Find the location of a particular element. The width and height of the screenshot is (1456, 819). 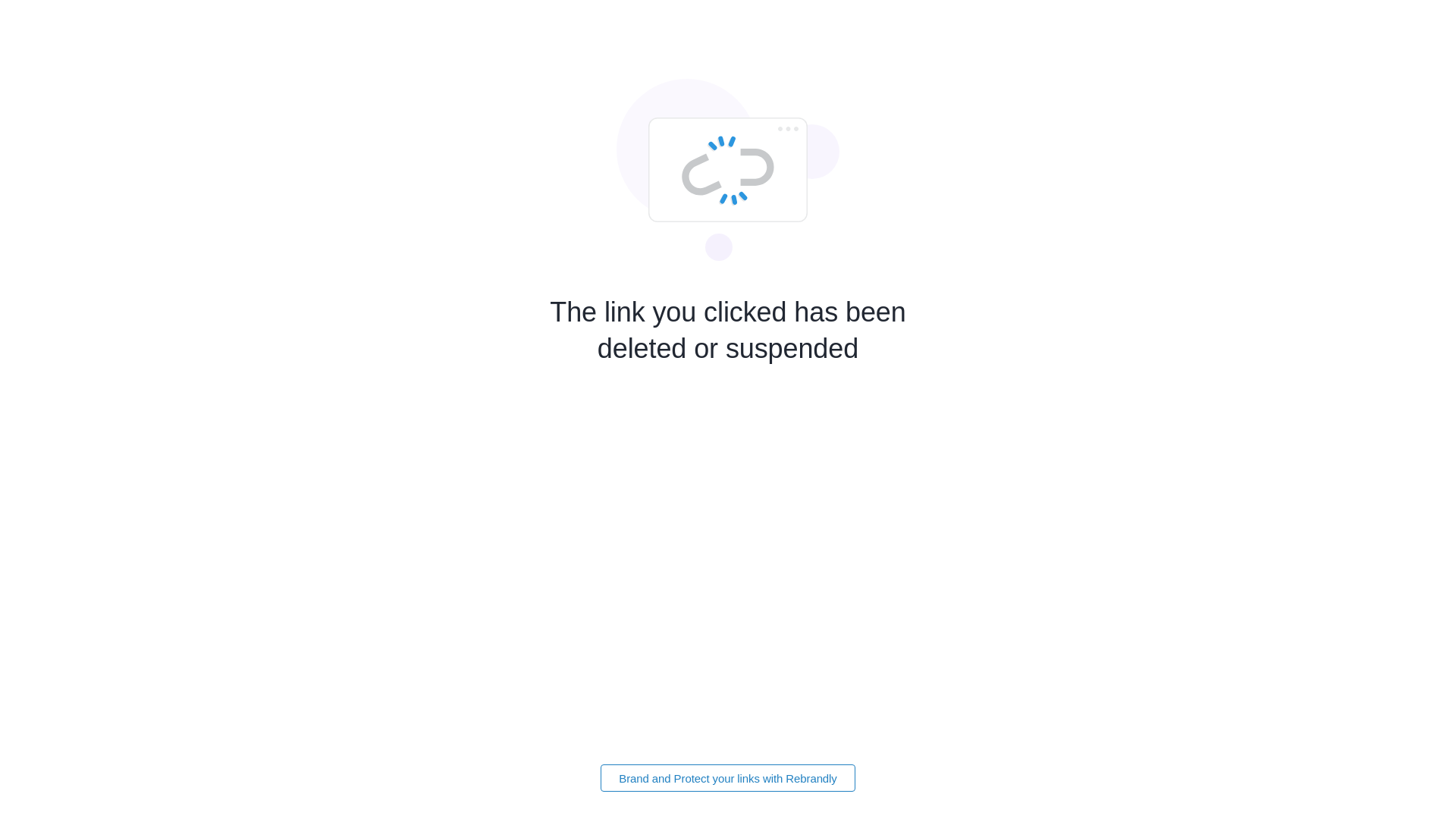

'Brand and Protect your links with Rebrandly' is located at coordinates (728, 778).